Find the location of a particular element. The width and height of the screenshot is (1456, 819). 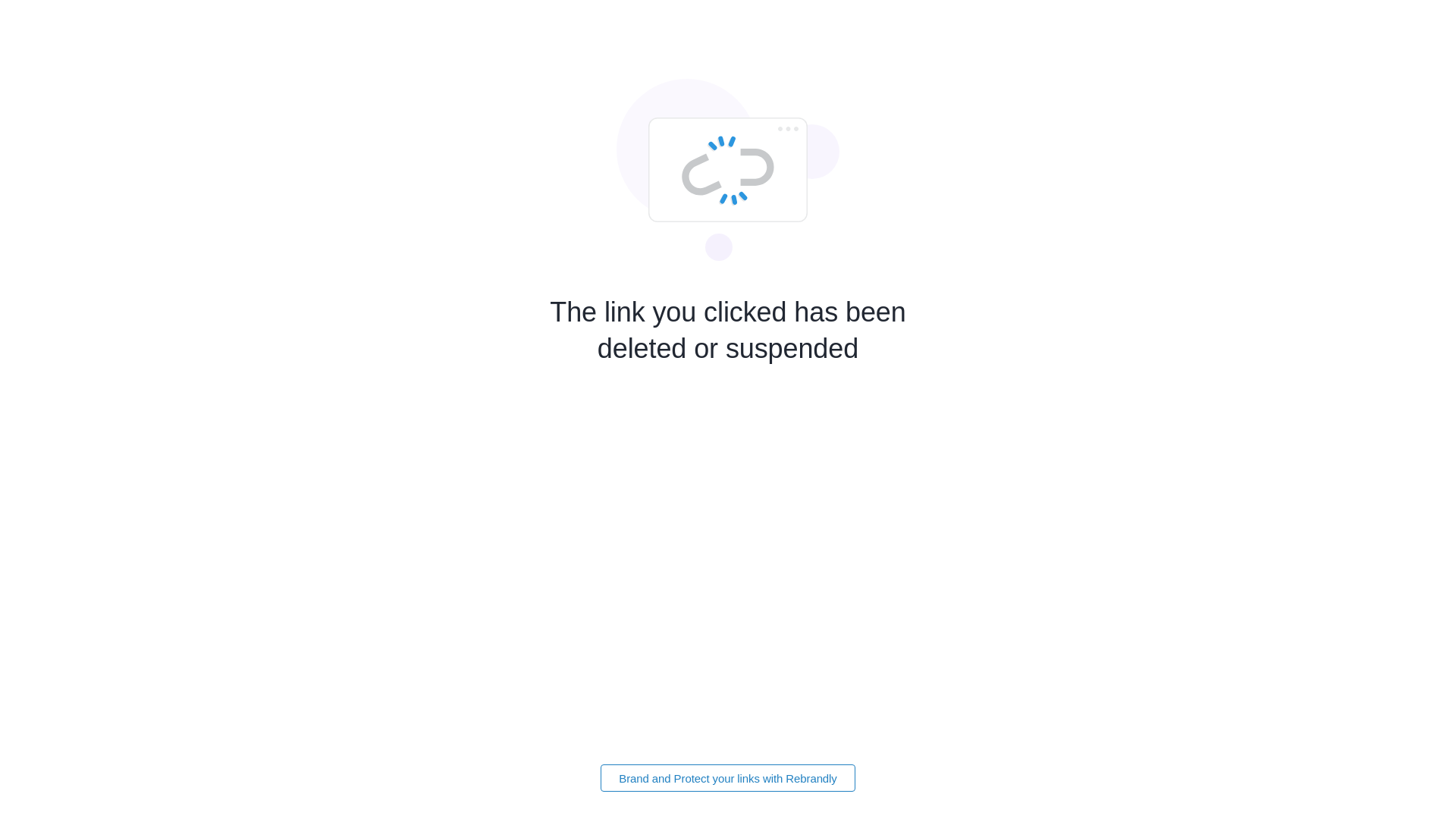

'Brand and Protect your links with Rebrandly' is located at coordinates (728, 778).